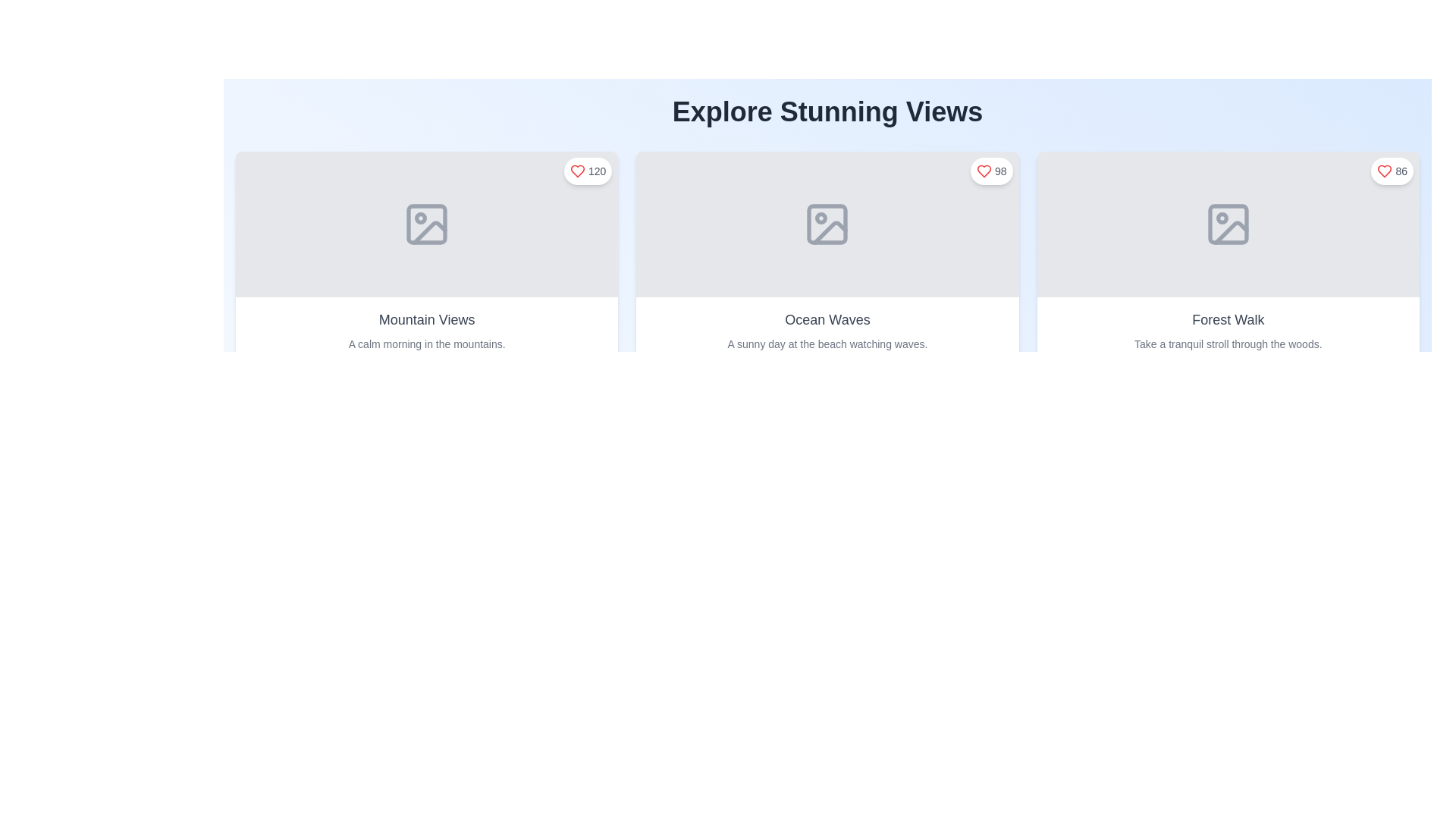 The height and width of the screenshot is (819, 1456). What do you see at coordinates (1227, 256) in the screenshot?
I see `the third card in the grid layout` at bounding box center [1227, 256].